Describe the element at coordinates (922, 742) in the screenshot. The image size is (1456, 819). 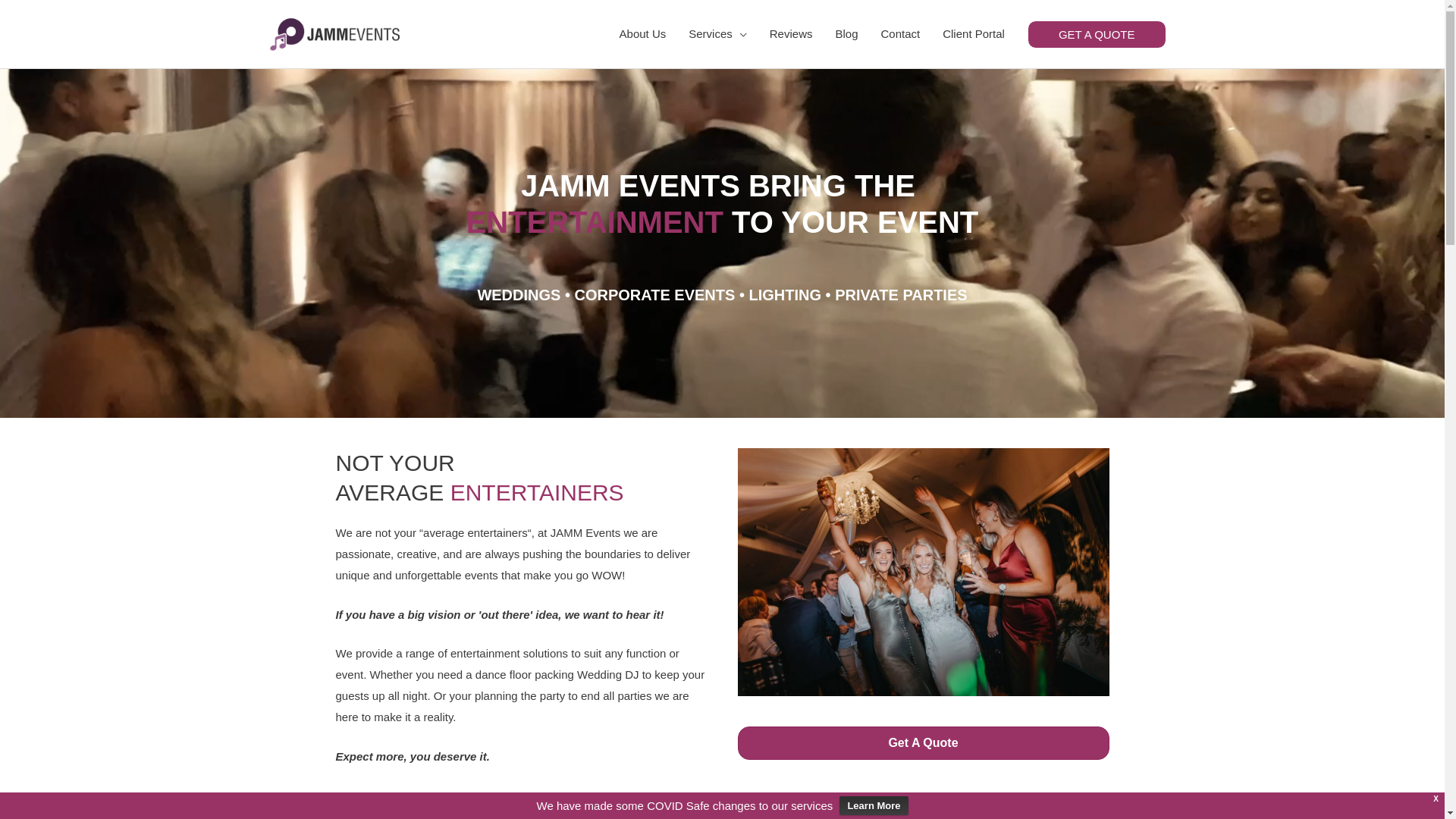
I see `'Get A Quote'` at that location.